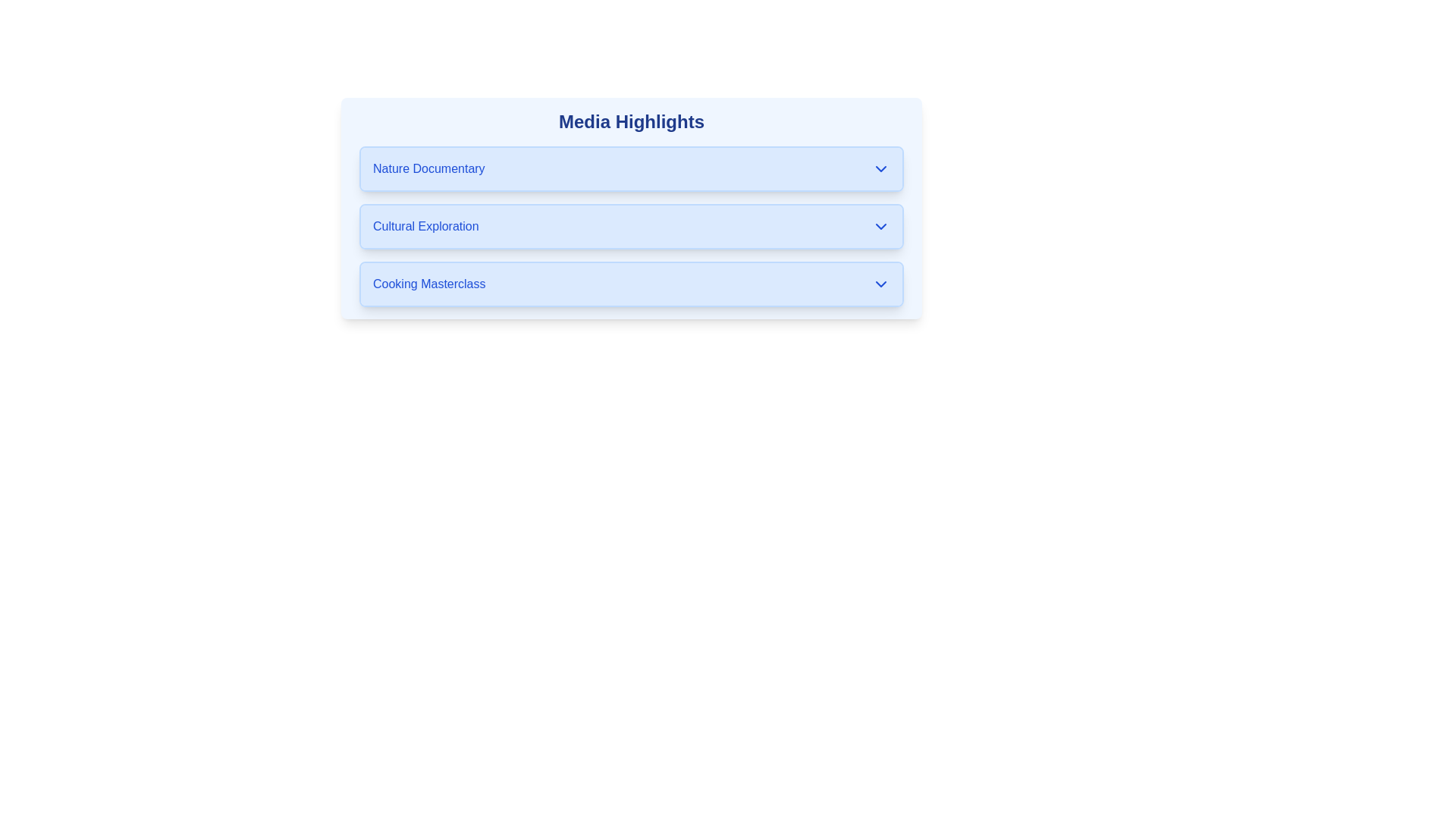 This screenshot has width=1456, height=819. I want to click on the collapsible button for 'Cooking Masterclass' located under 'Media Highlights', so click(632, 284).